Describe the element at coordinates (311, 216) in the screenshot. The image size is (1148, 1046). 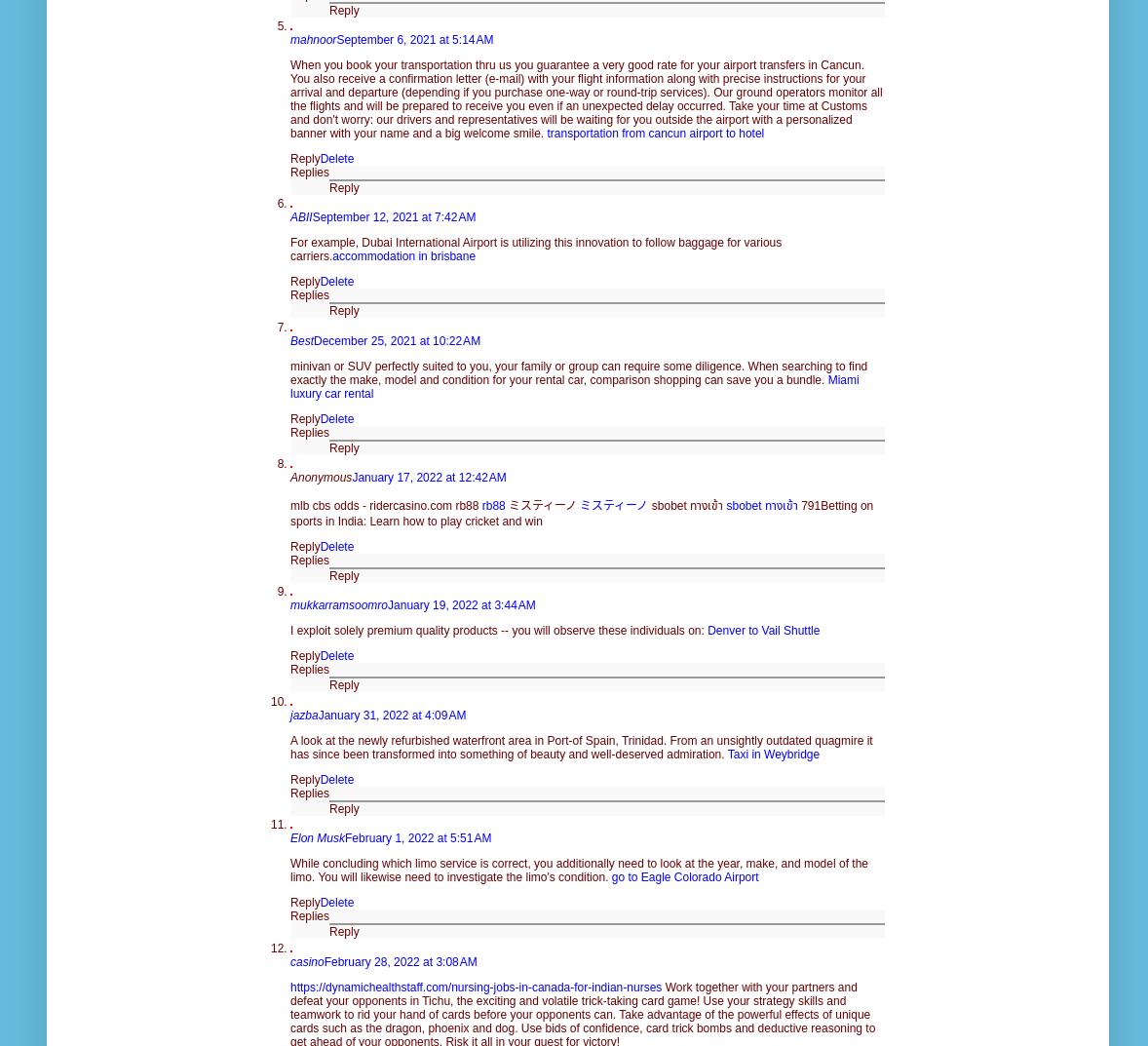
I see `'September 12, 2021 at 7:42 AM'` at that location.